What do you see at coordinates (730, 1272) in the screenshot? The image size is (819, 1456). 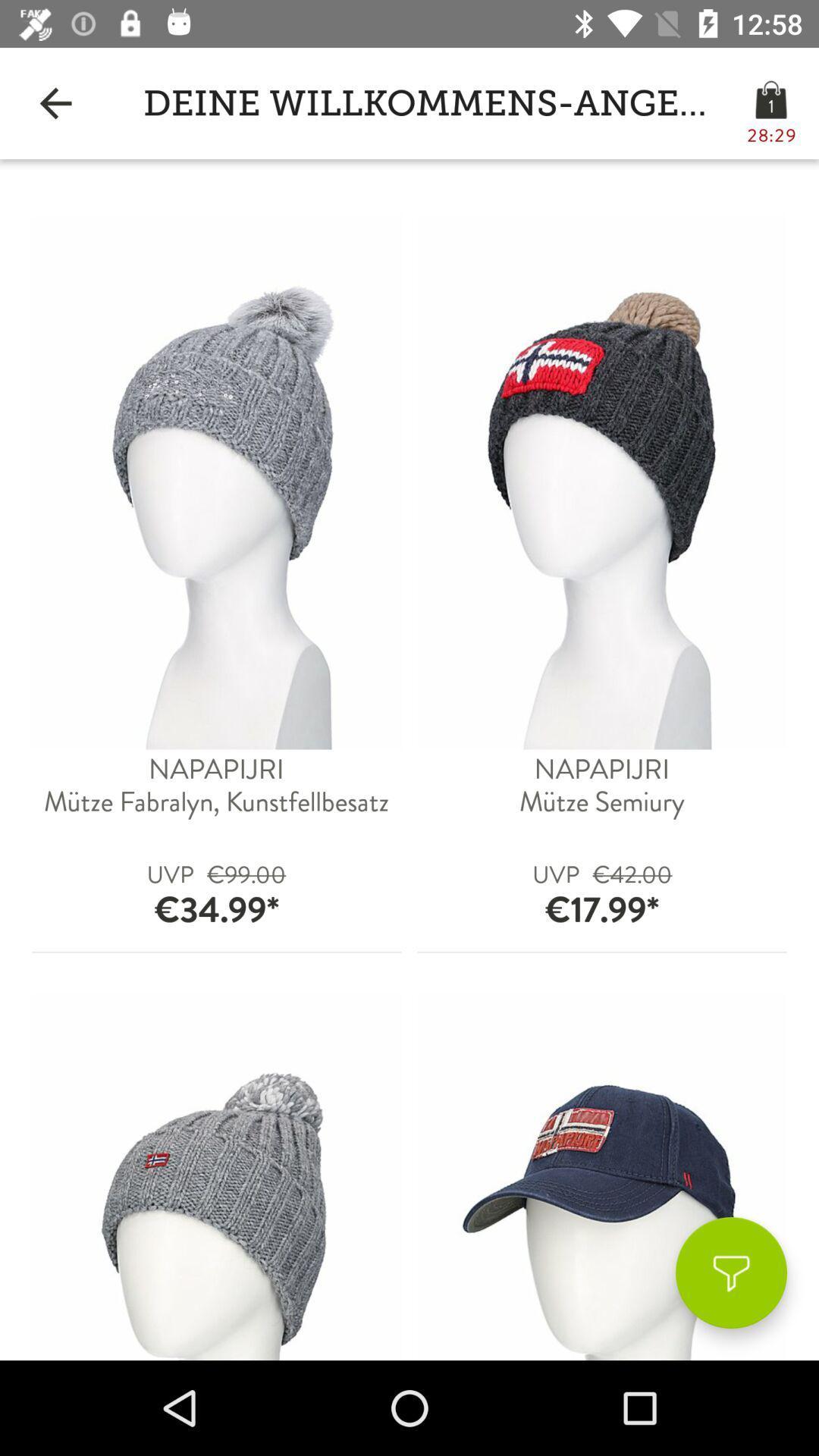 I see `the filter icon` at bounding box center [730, 1272].